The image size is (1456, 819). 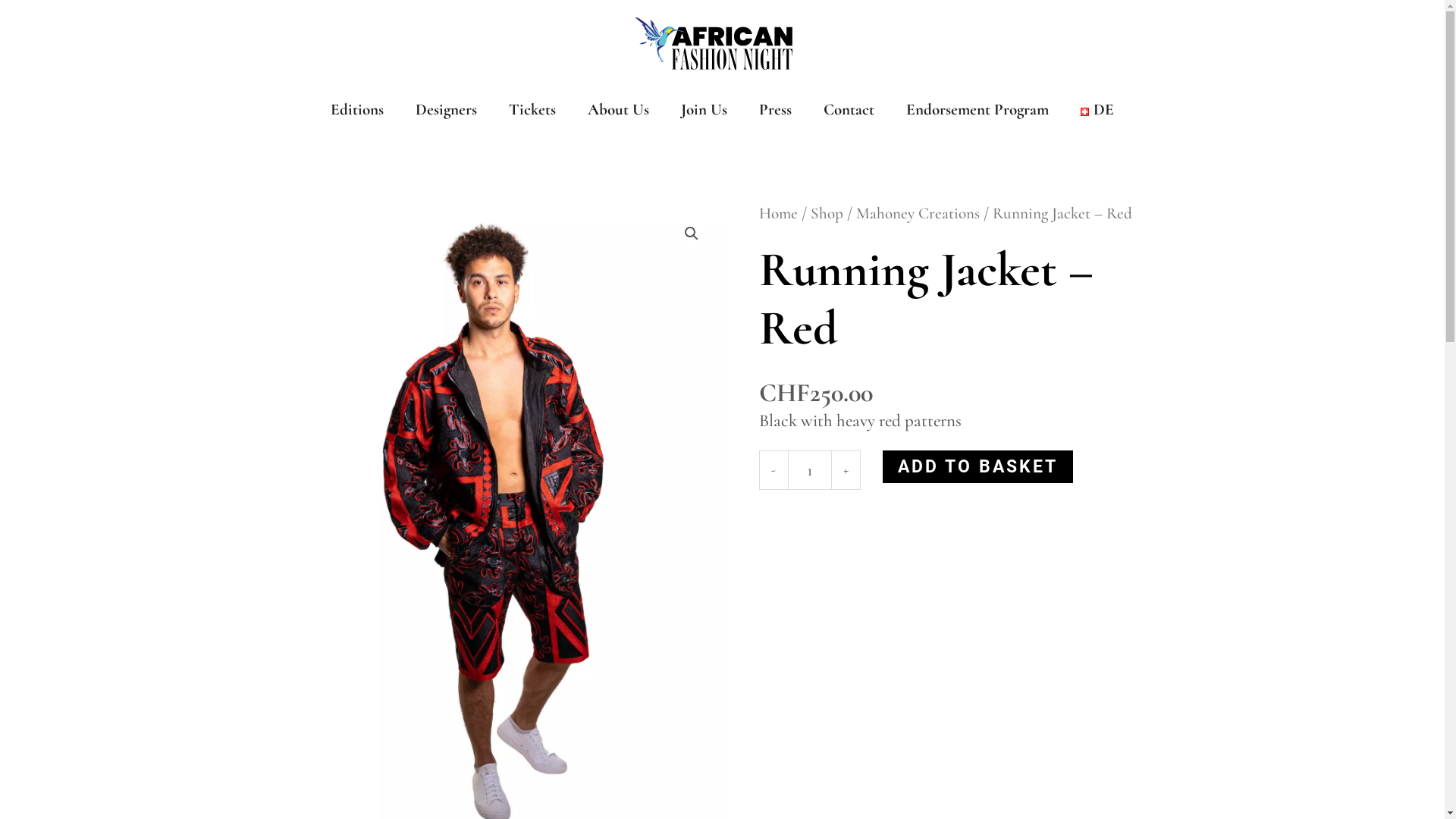 I want to click on 'Editions', so click(x=356, y=109).